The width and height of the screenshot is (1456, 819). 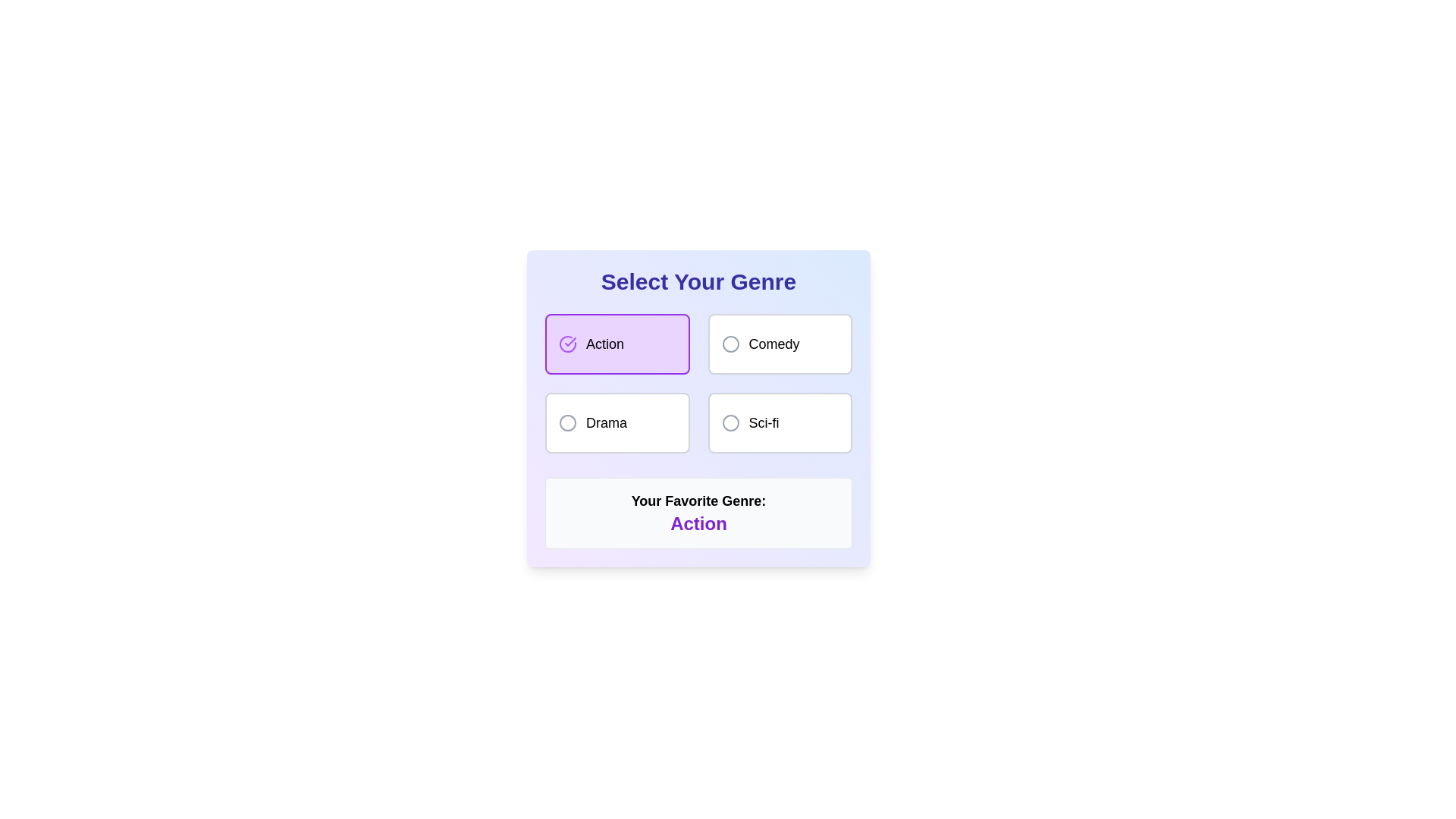 What do you see at coordinates (780, 423) in the screenshot?
I see `the 'Sci-fi' button, which is a rectangular button with a rounded border featuring a light background and the text 'Sci-fi' in bold, located in the second row of a grid layout` at bounding box center [780, 423].